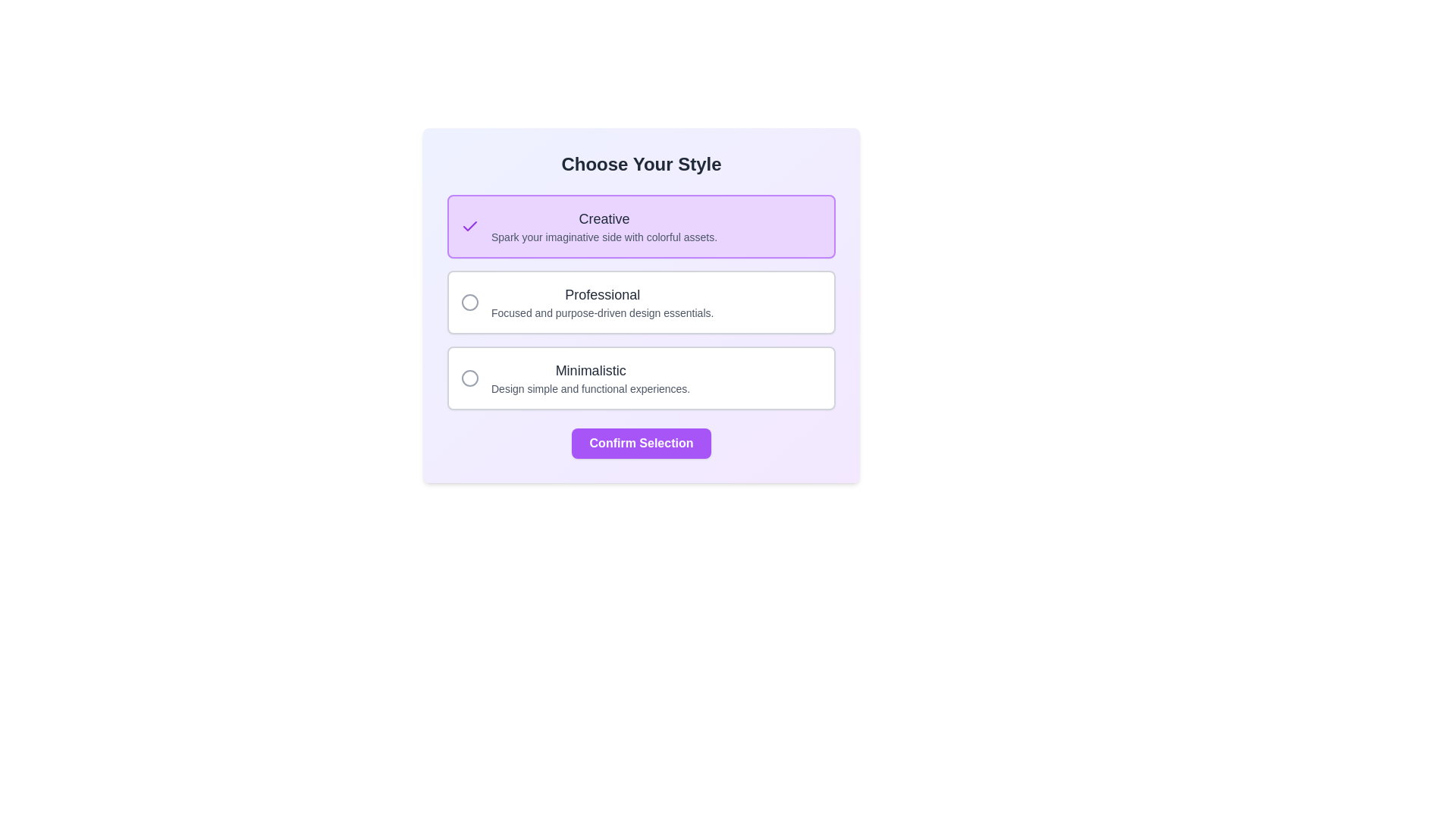 This screenshot has width=1456, height=819. Describe the element at coordinates (641, 302) in the screenshot. I see `the radio button for the 'Professional' style option` at that location.